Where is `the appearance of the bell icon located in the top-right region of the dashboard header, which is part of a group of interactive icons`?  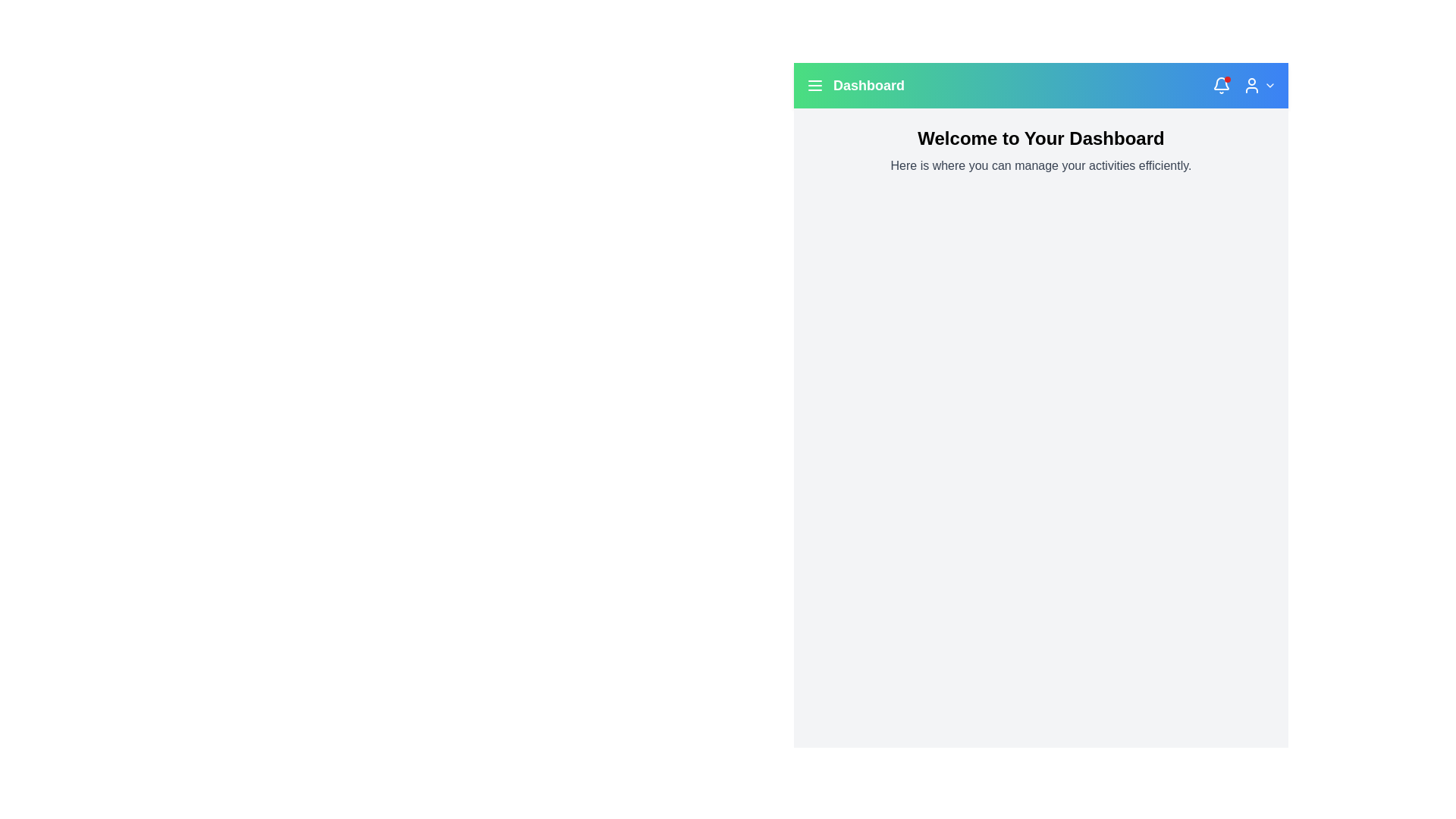 the appearance of the bell icon located in the top-right region of the dashboard header, which is part of a group of interactive icons is located at coordinates (1222, 83).